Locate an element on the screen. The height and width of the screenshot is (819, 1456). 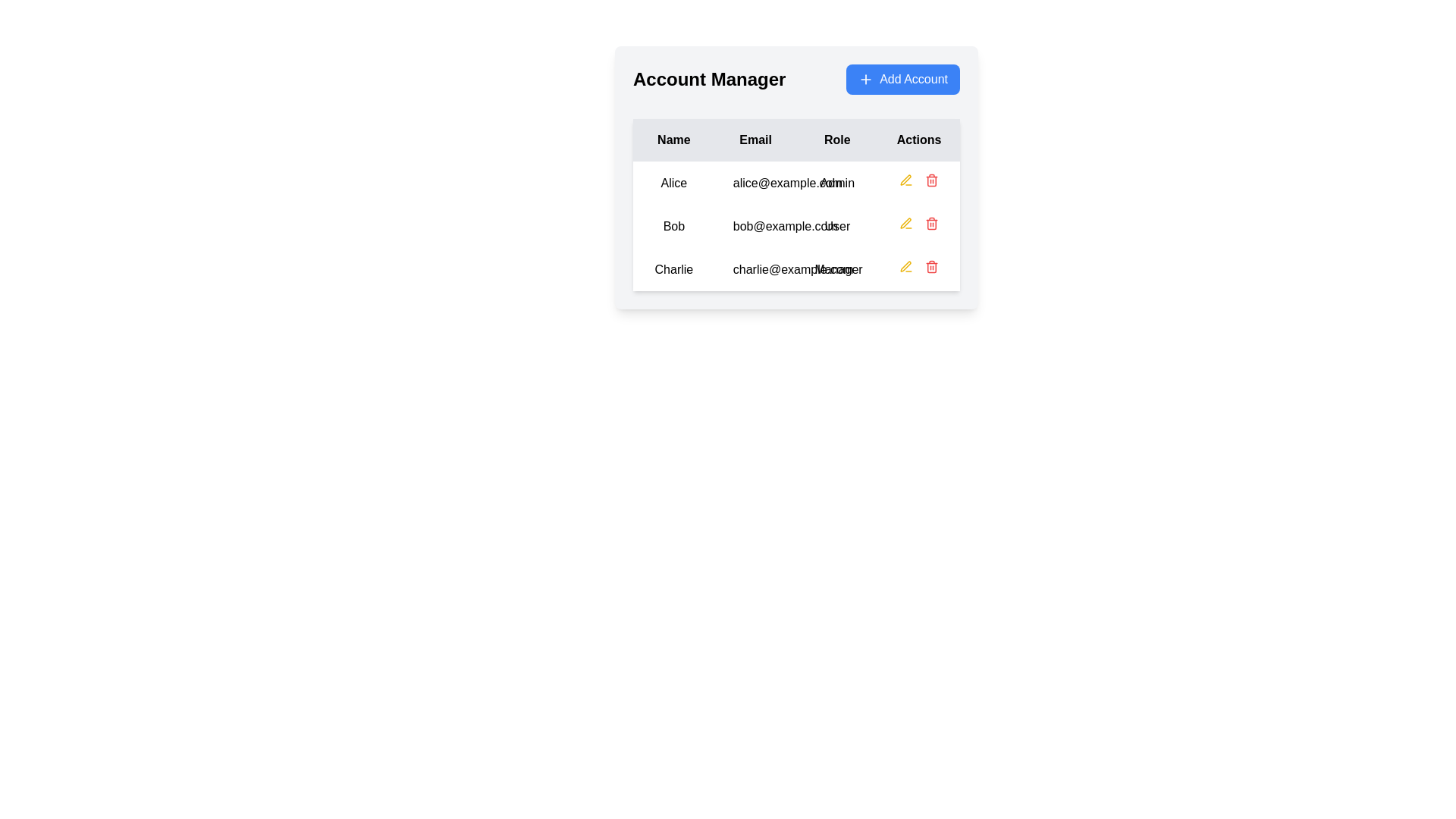
the rounded rectangle shape representing the trash icon in the 'Actions' column, located near the top right corner of the row aligned with 'Charlie' is located at coordinates (931, 267).